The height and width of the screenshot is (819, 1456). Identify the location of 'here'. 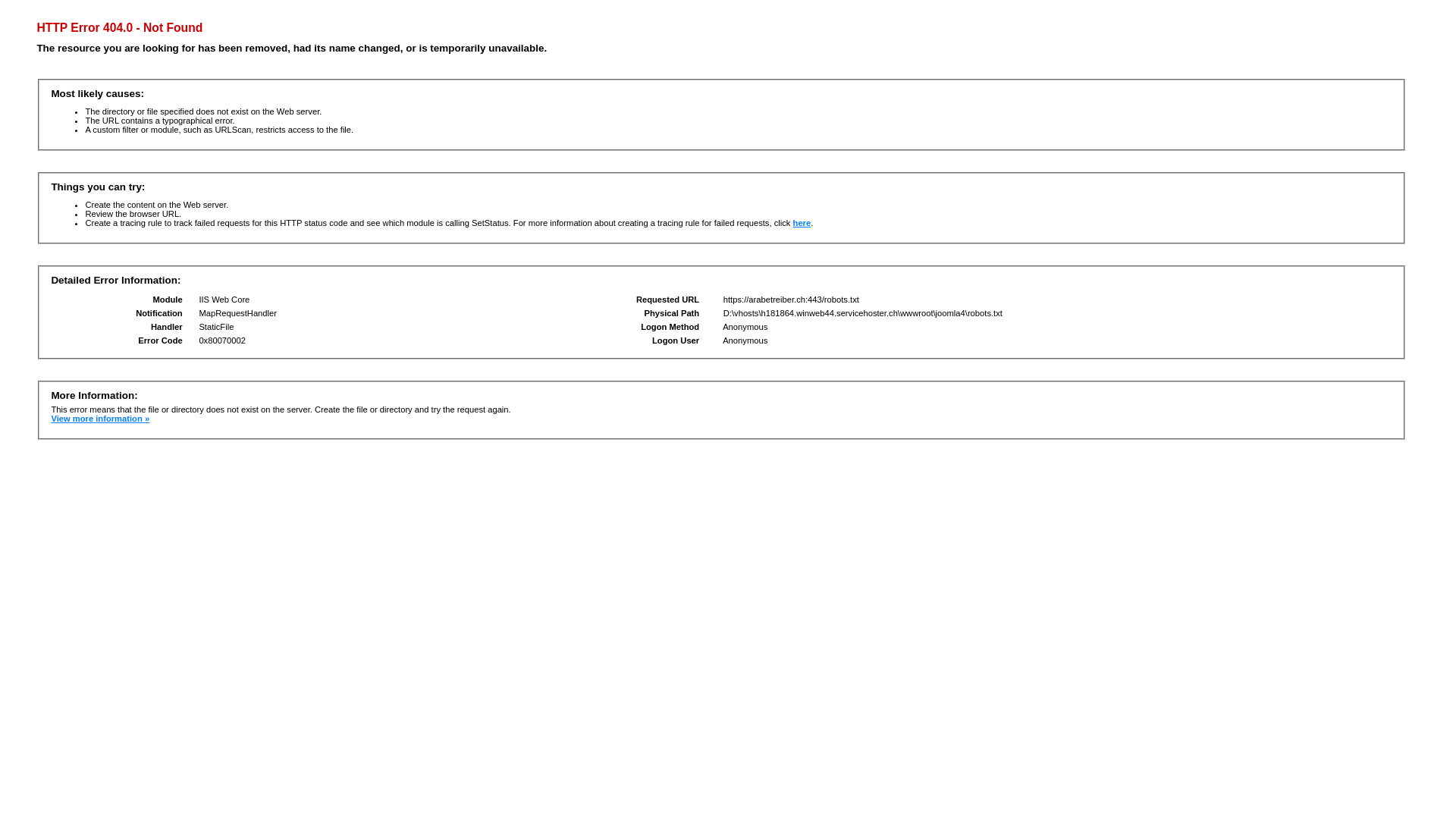
(801, 222).